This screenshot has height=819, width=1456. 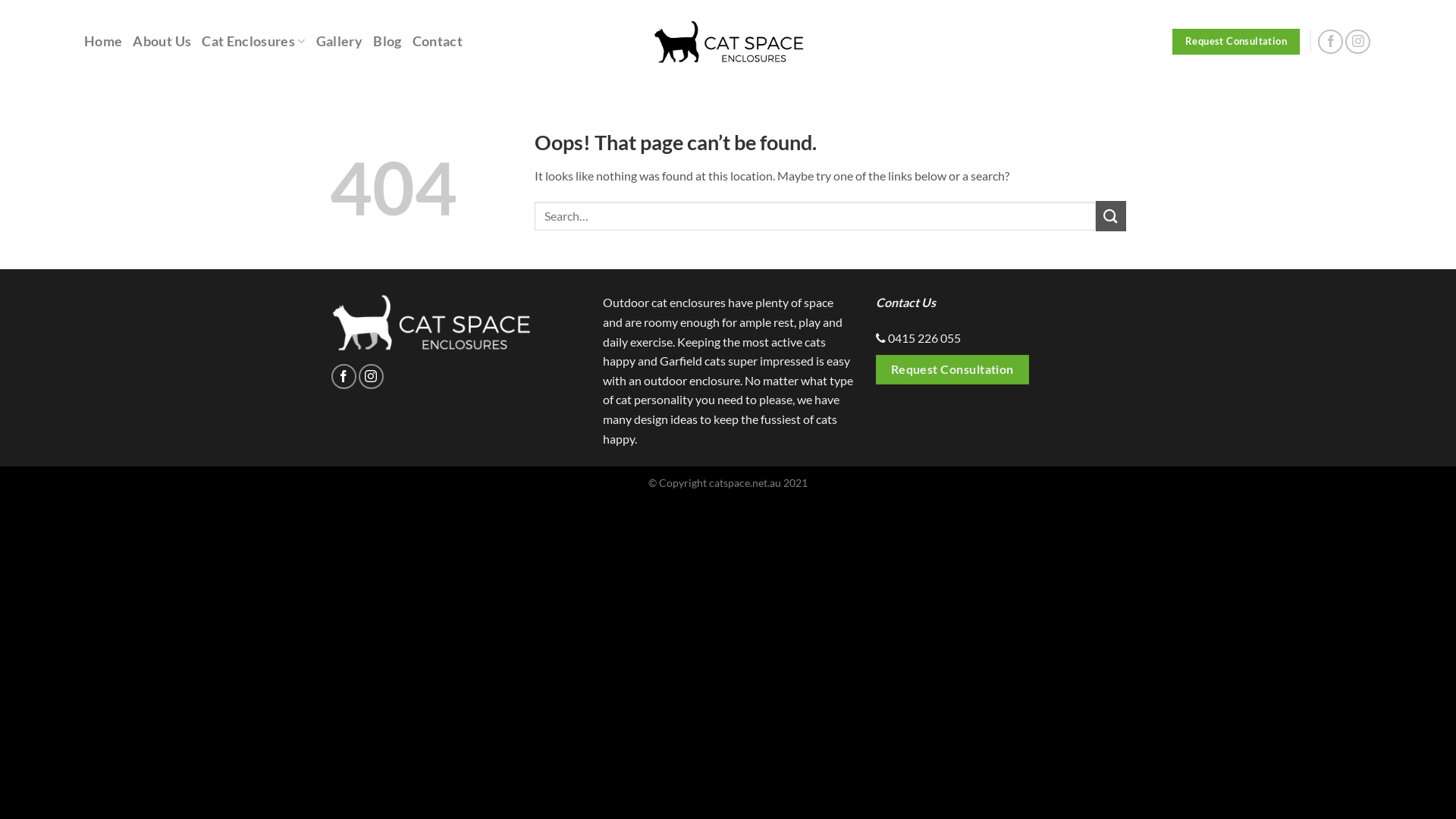 I want to click on ' 0415 226 055', so click(x=922, y=337).